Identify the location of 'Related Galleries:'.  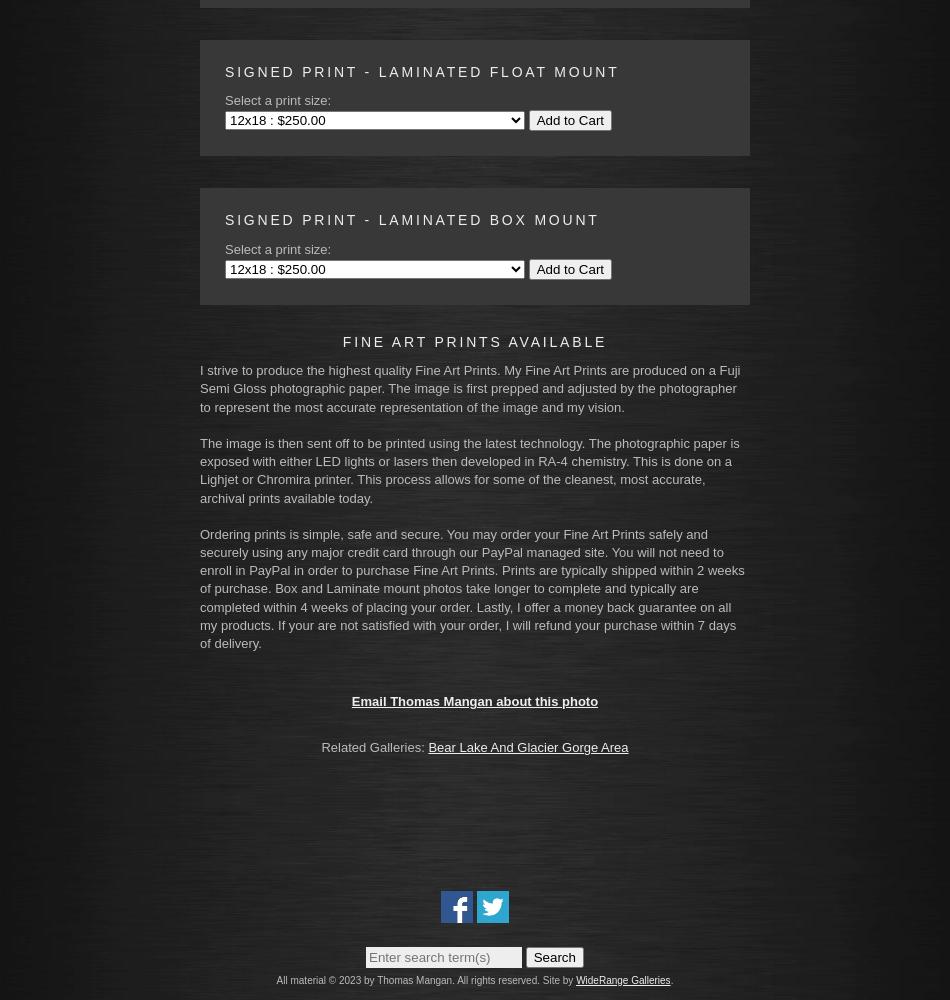
(320, 746).